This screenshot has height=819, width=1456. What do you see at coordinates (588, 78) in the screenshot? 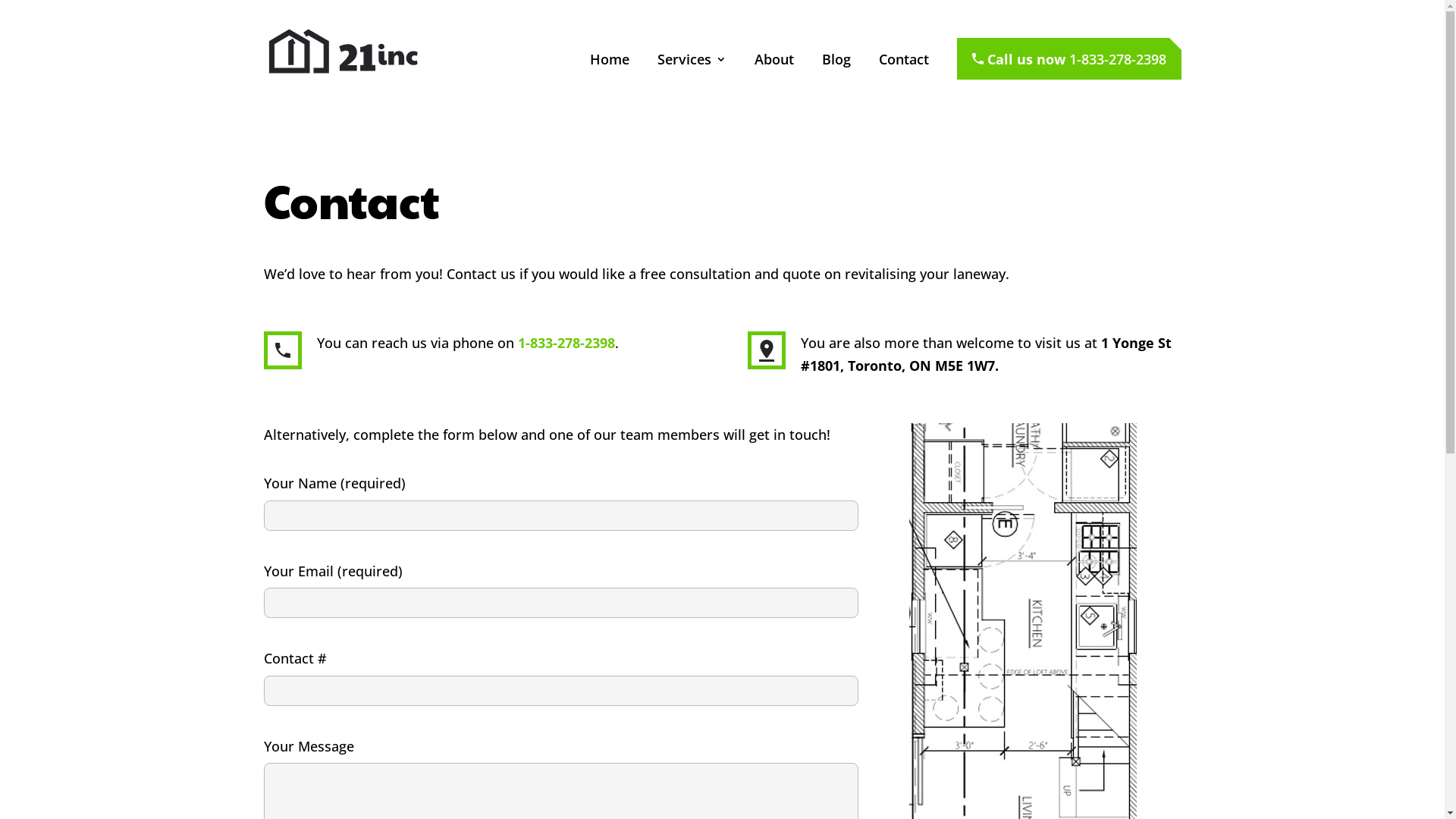
I see `'Home'` at bounding box center [588, 78].